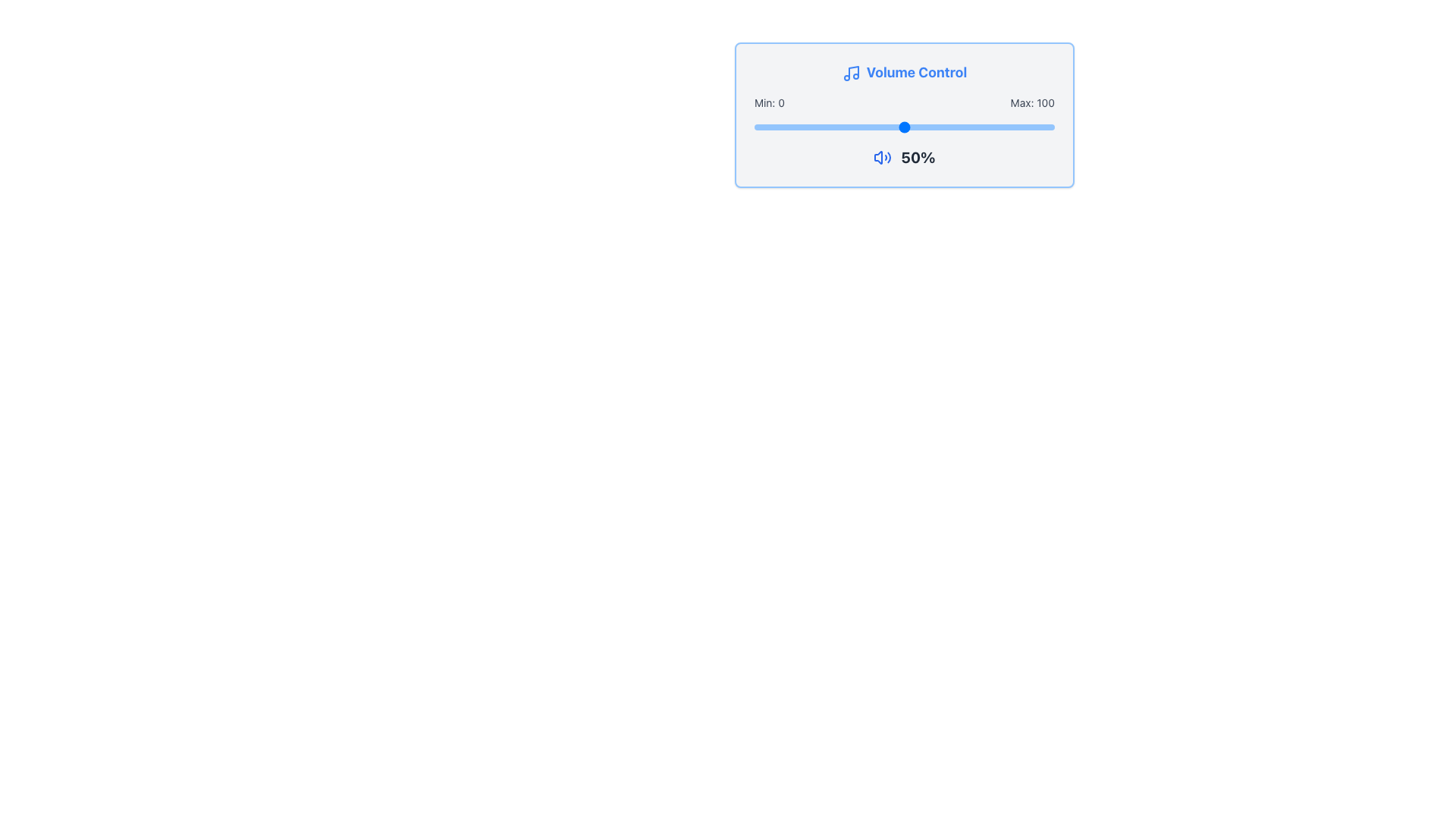  Describe the element at coordinates (985, 127) in the screenshot. I see `the slider` at that location.